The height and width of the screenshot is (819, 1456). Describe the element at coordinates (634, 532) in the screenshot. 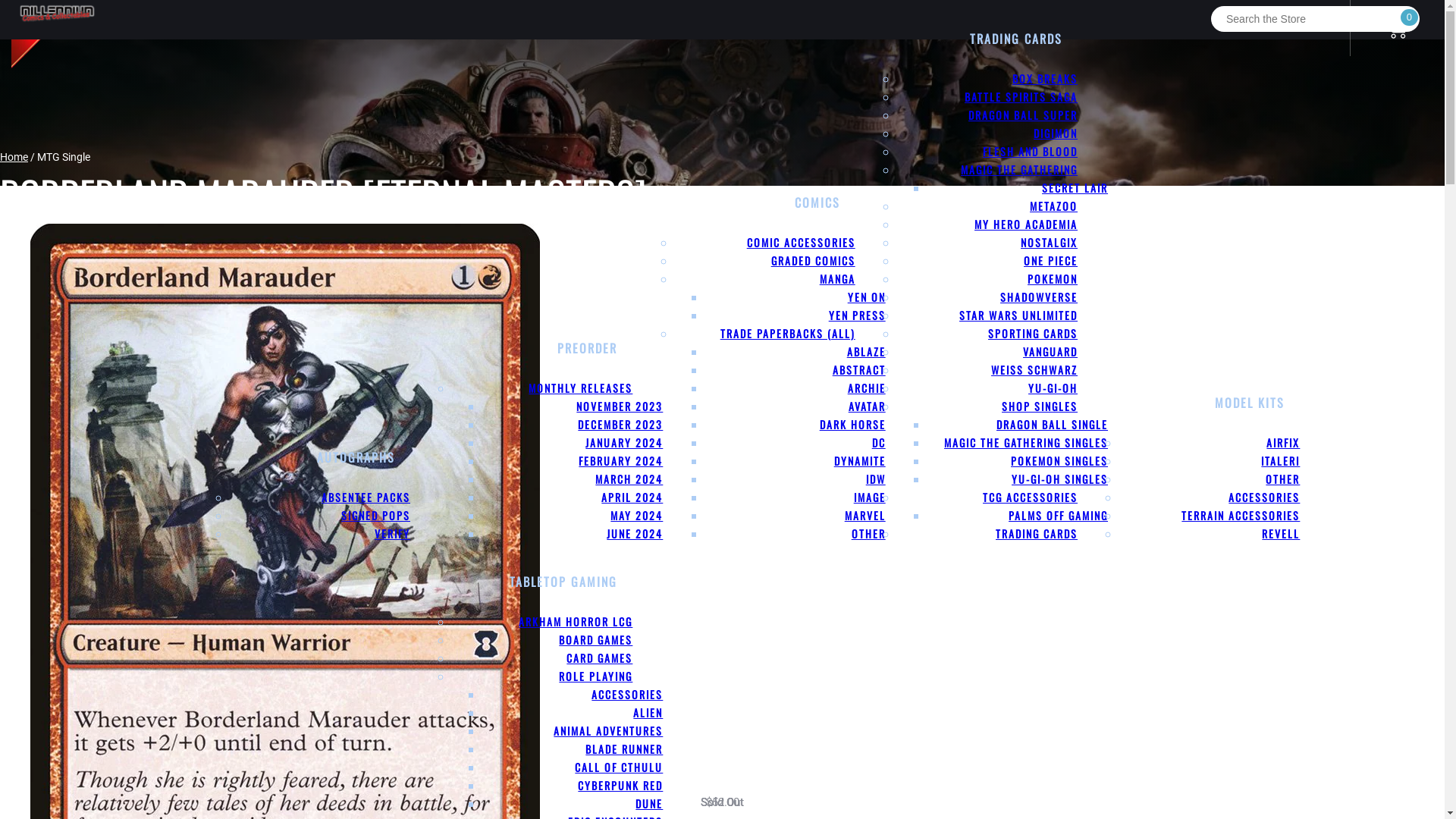

I see `'JUNE 2024'` at that location.